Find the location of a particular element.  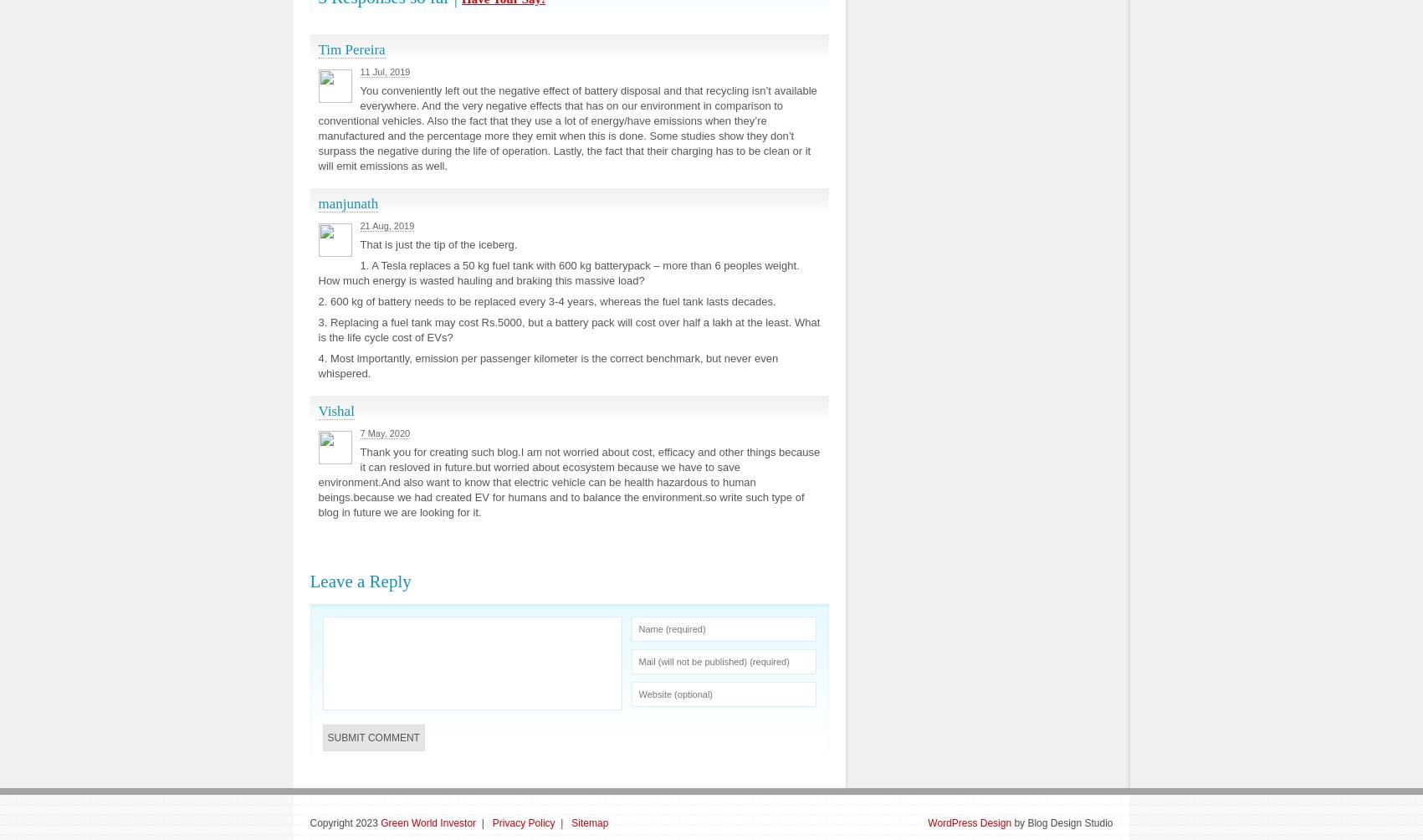

'Thank you for creating such blog.I am not worried about cost, efficacy and other things because it can resloved in future.but worried about ecosystem because we have to save environment.And also want to know that electric vehicle can be health hazardous to human beings.because we had created EV for humans and to balance the environment.so write such type of blog in future we are looking for it.' is located at coordinates (317, 482).